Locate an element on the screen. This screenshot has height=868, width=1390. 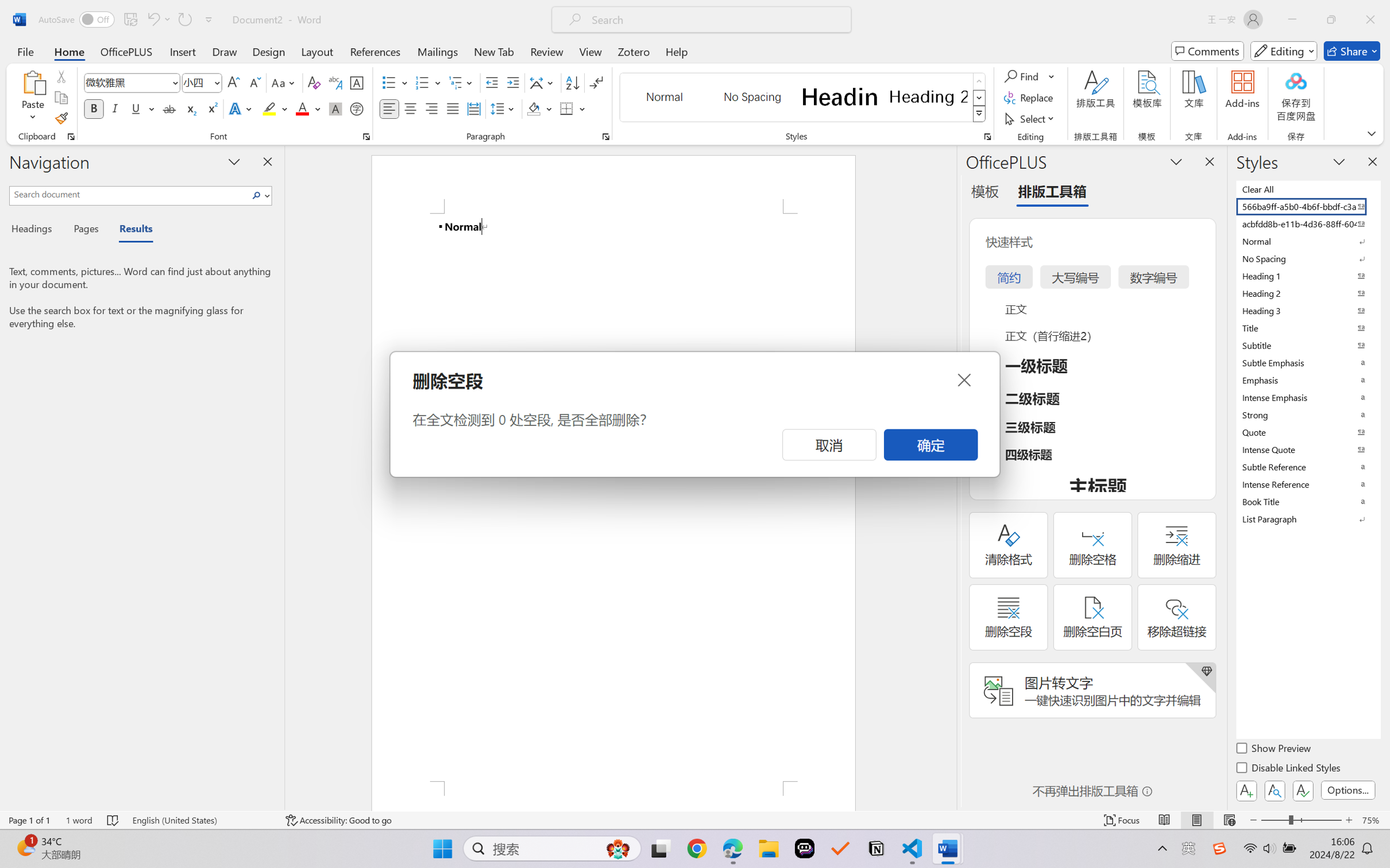
'Mode' is located at coordinates (1284, 51).